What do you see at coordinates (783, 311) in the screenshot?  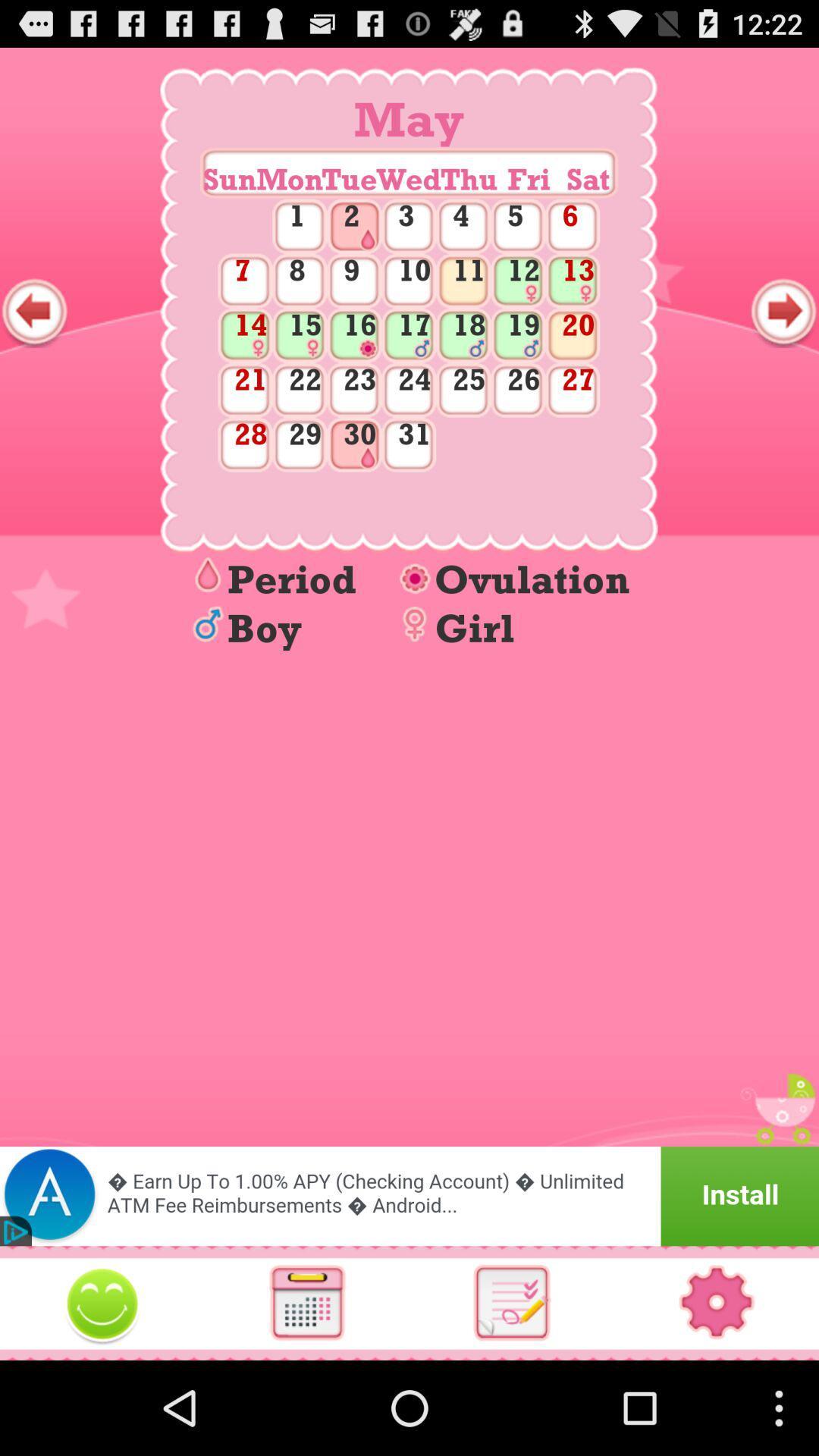 I see `next screen` at bounding box center [783, 311].